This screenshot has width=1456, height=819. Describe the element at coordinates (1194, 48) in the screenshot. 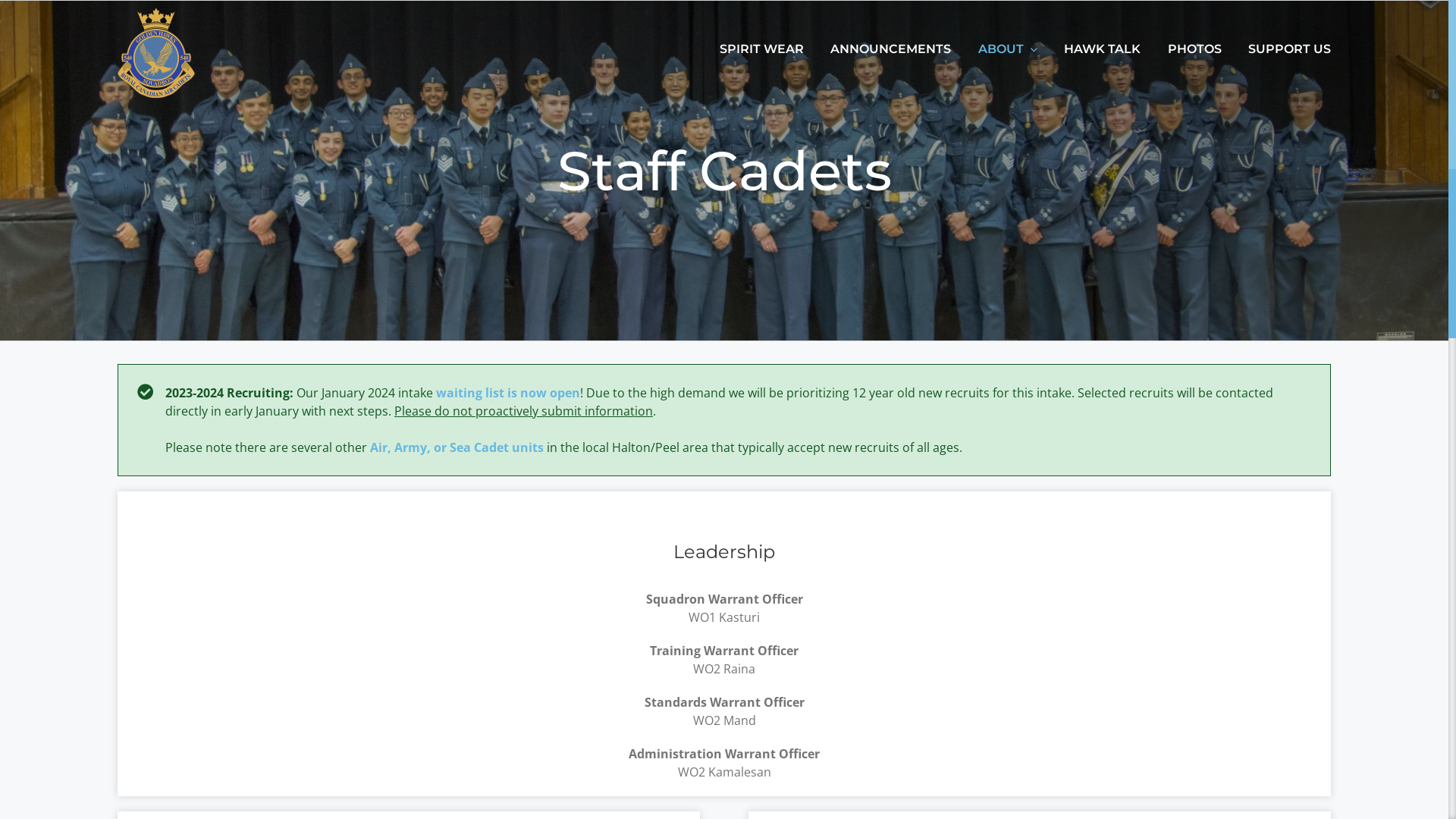

I see `'PHOTOS'` at that location.